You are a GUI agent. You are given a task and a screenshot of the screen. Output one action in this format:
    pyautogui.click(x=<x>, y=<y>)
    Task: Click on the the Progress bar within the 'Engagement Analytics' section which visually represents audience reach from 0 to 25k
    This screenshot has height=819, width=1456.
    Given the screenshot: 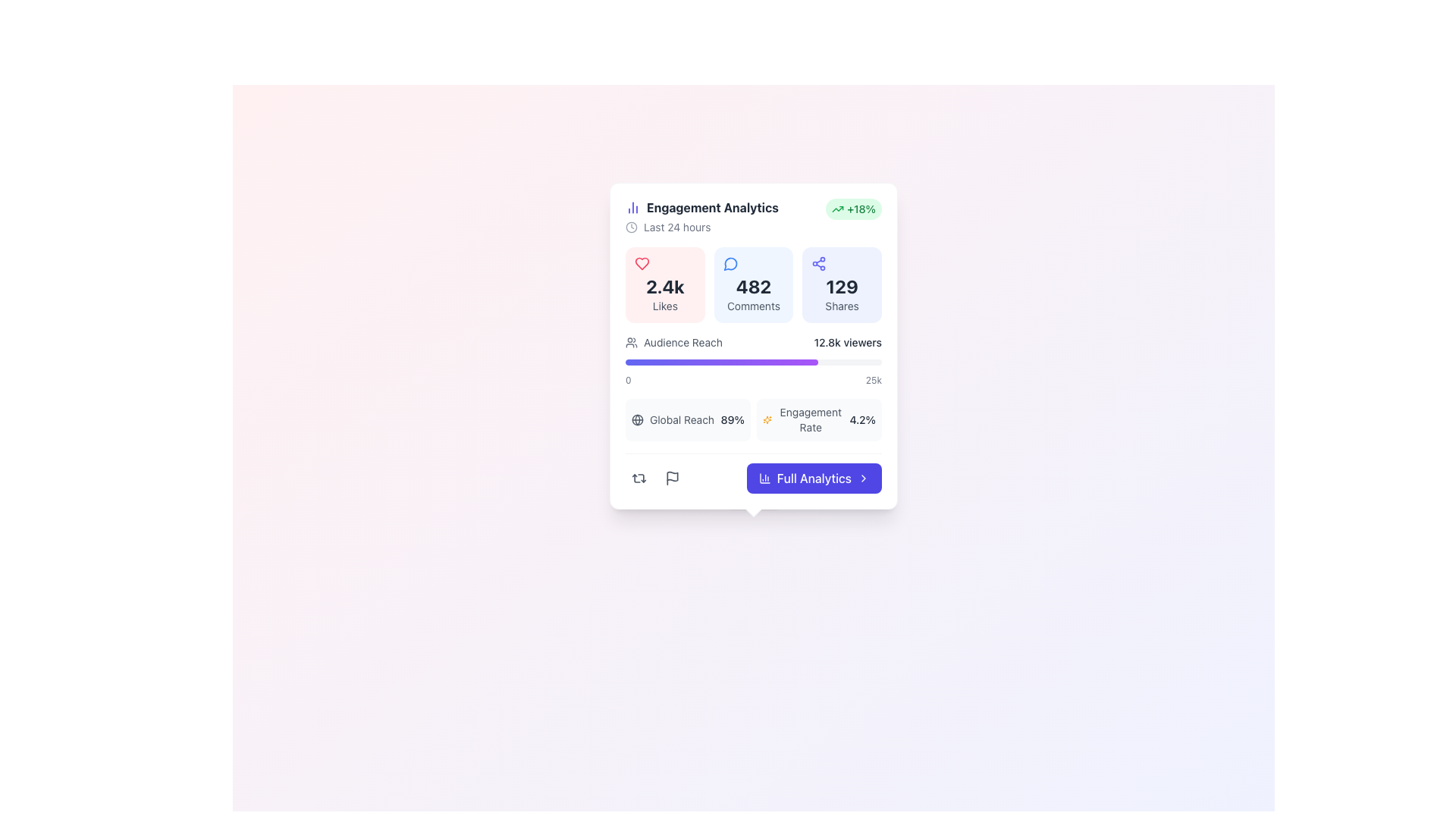 What is the action you would take?
    pyautogui.click(x=753, y=360)
    